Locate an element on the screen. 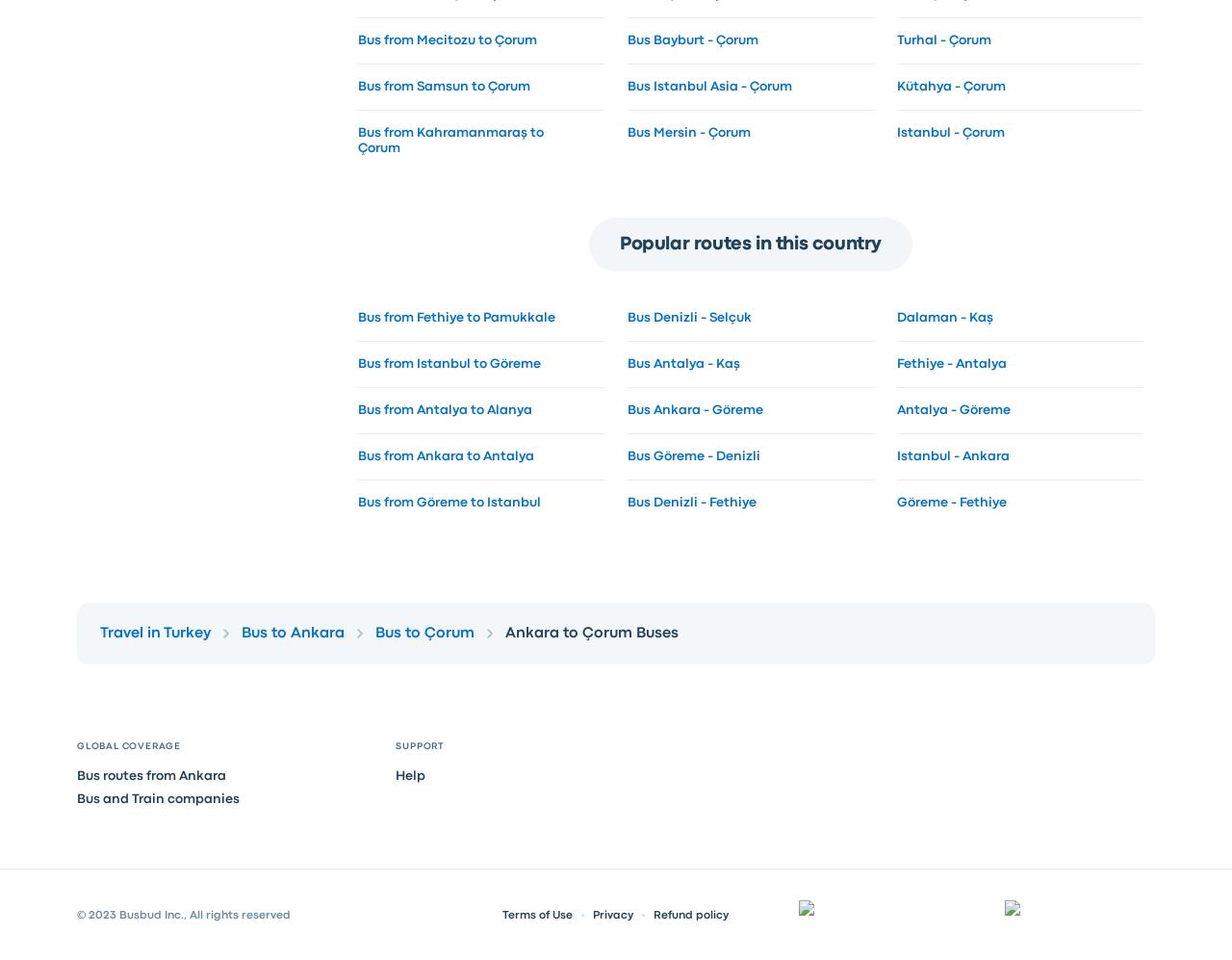 Image resolution: width=1232 pixels, height=960 pixels. '© 2023 Busbud Inc., All rights reserved' is located at coordinates (183, 915).